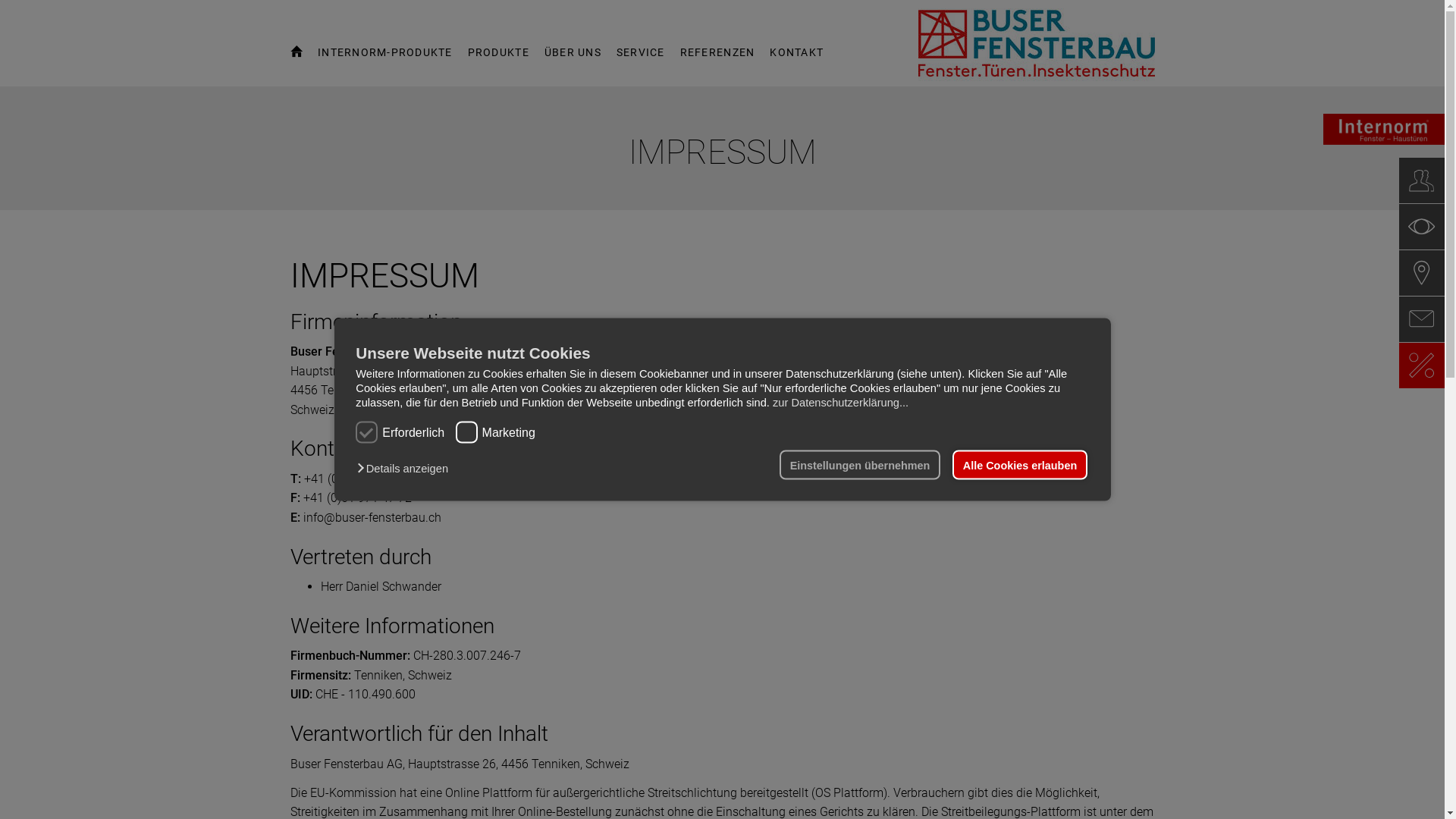 The width and height of the screenshot is (1456, 819). What do you see at coordinates (385, 58) in the screenshot?
I see `'INTERNORM-PRODUKTE'` at bounding box center [385, 58].